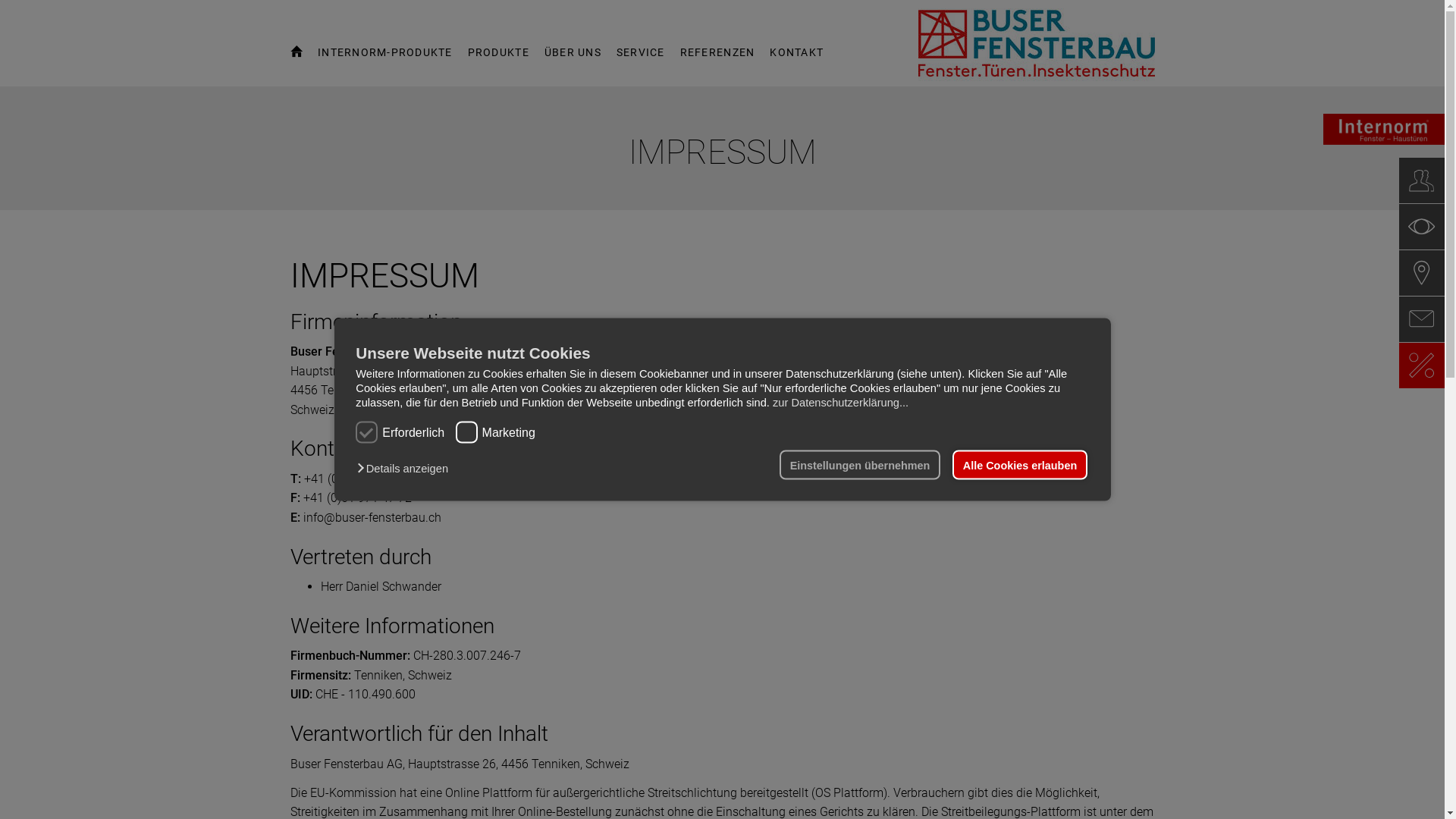 The width and height of the screenshot is (1456, 819). What do you see at coordinates (385, 58) in the screenshot?
I see `'INTERNORM-PRODUKTE'` at bounding box center [385, 58].